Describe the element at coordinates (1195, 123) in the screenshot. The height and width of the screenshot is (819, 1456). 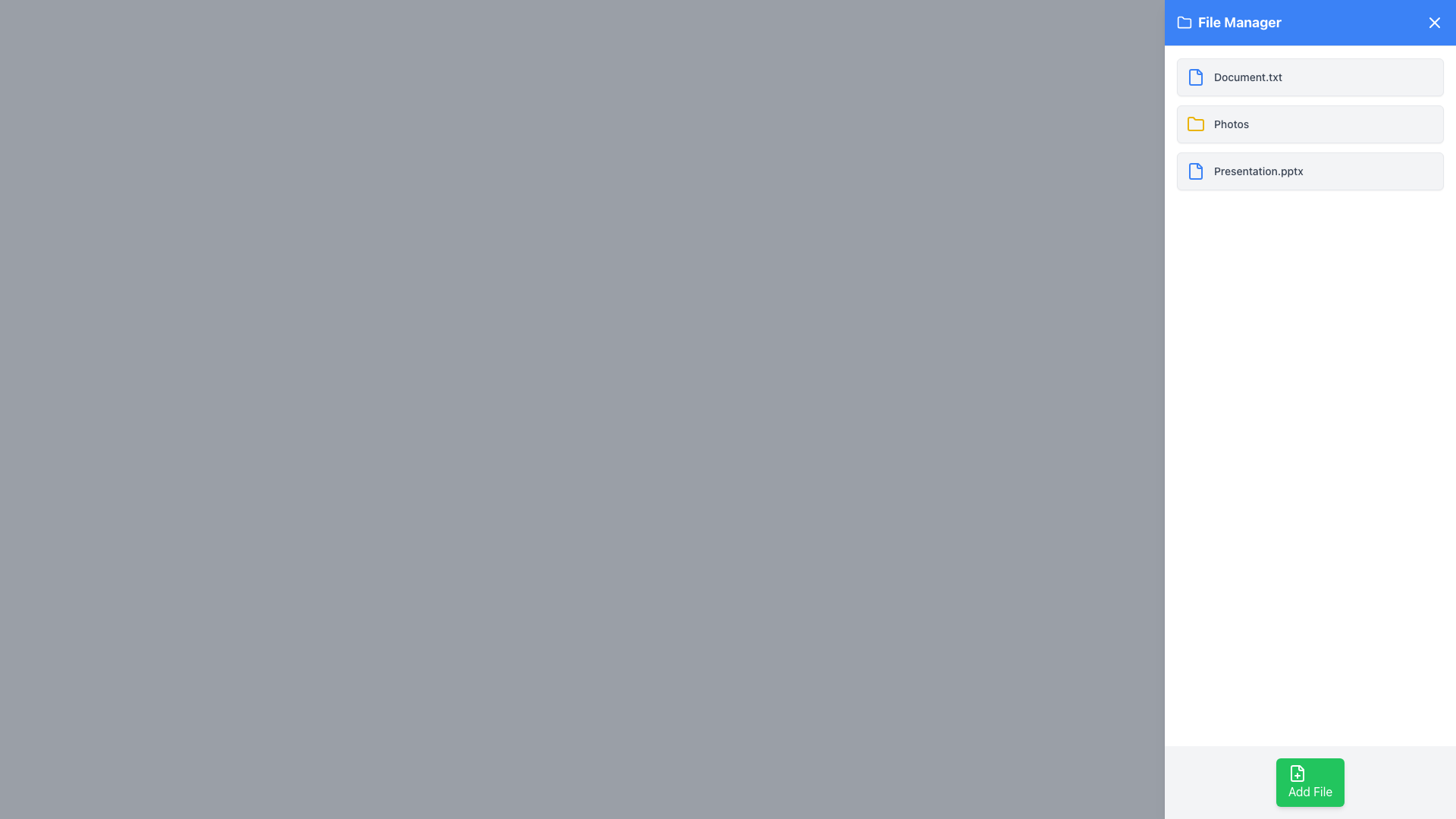
I see `the folder icon representing the 'Photos' label located in the second row of the file manager list` at that location.